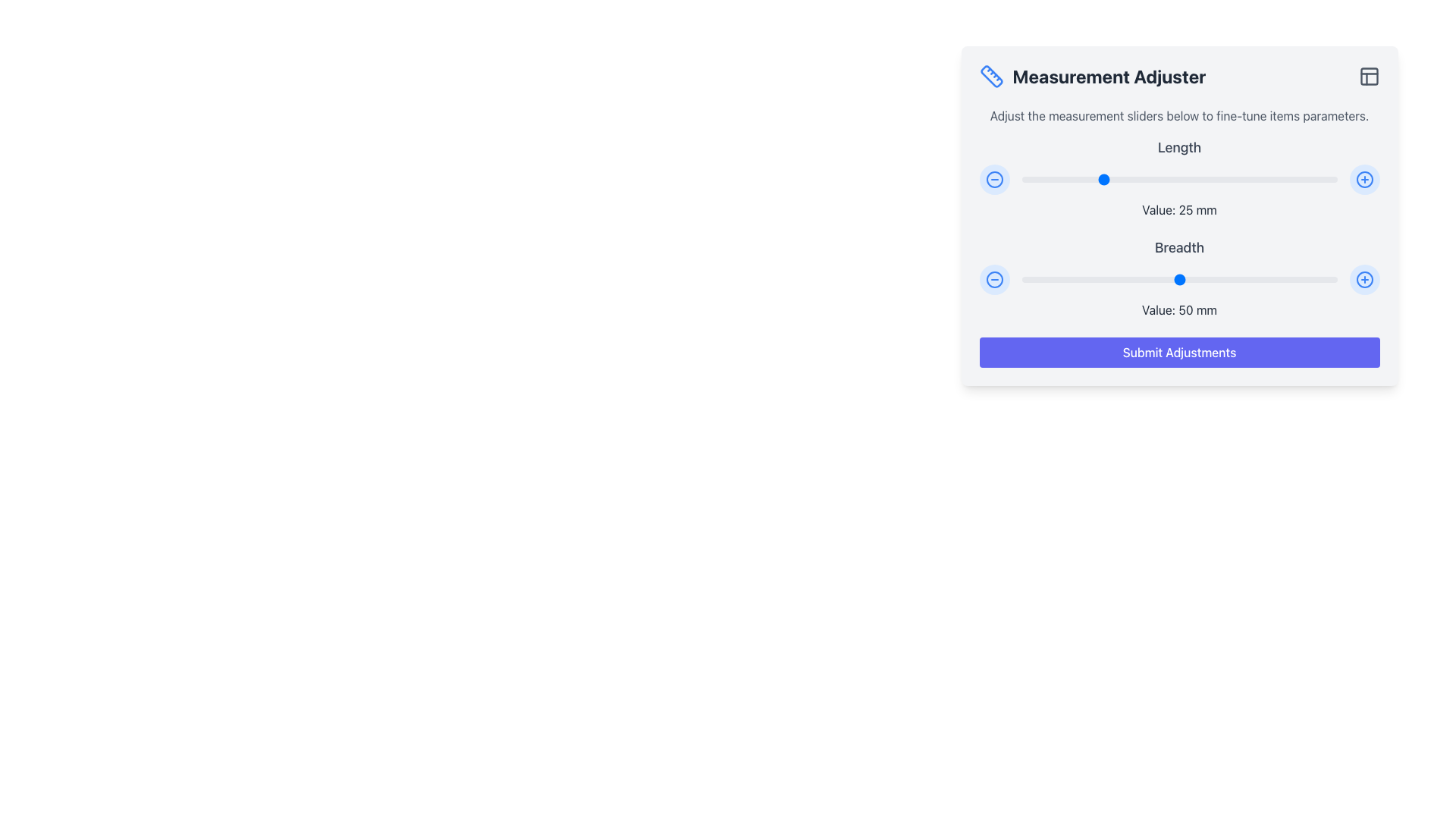  What do you see at coordinates (1106, 178) in the screenshot?
I see `the length` at bounding box center [1106, 178].